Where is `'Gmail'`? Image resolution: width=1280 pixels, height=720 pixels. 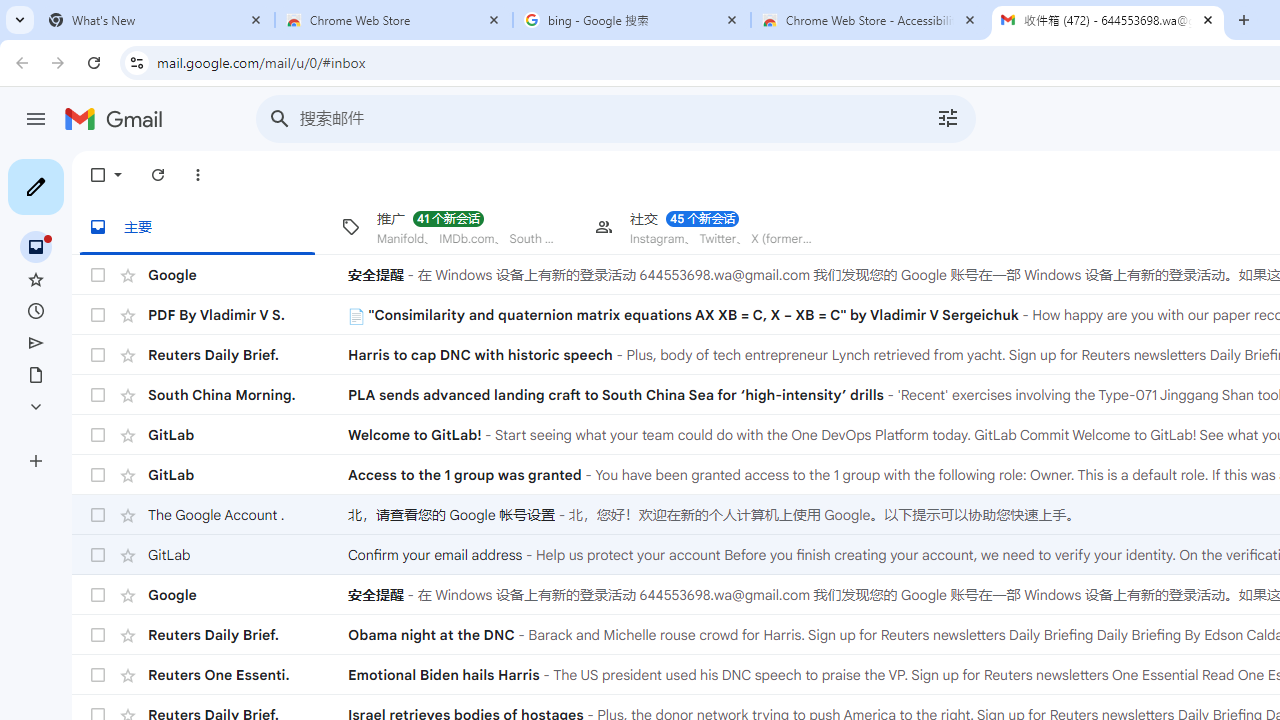
'Gmail' is located at coordinates (117, 121).